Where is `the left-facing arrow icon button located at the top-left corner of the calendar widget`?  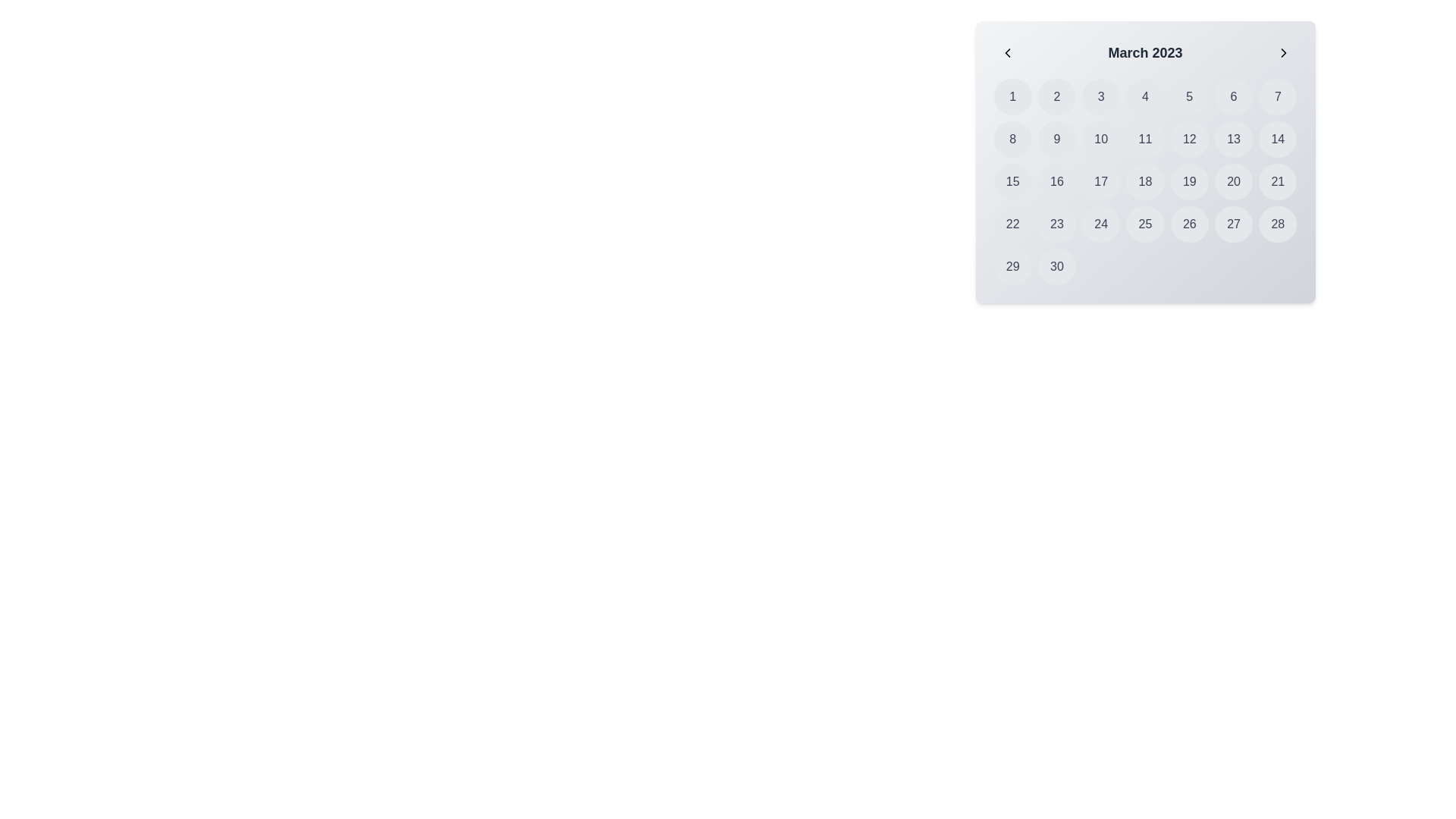 the left-facing arrow icon button located at the top-left corner of the calendar widget is located at coordinates (1007, 52).